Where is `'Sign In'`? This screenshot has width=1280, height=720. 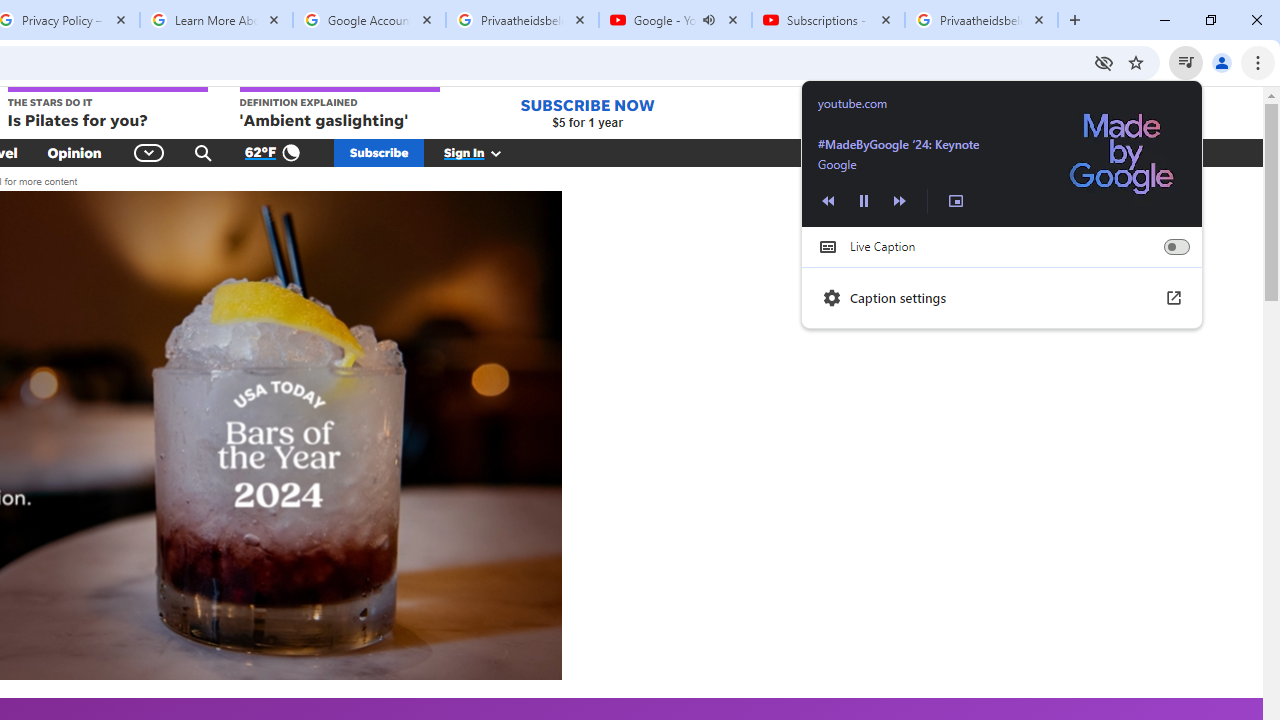
'Sign In' is located at coordinates (483, 152).